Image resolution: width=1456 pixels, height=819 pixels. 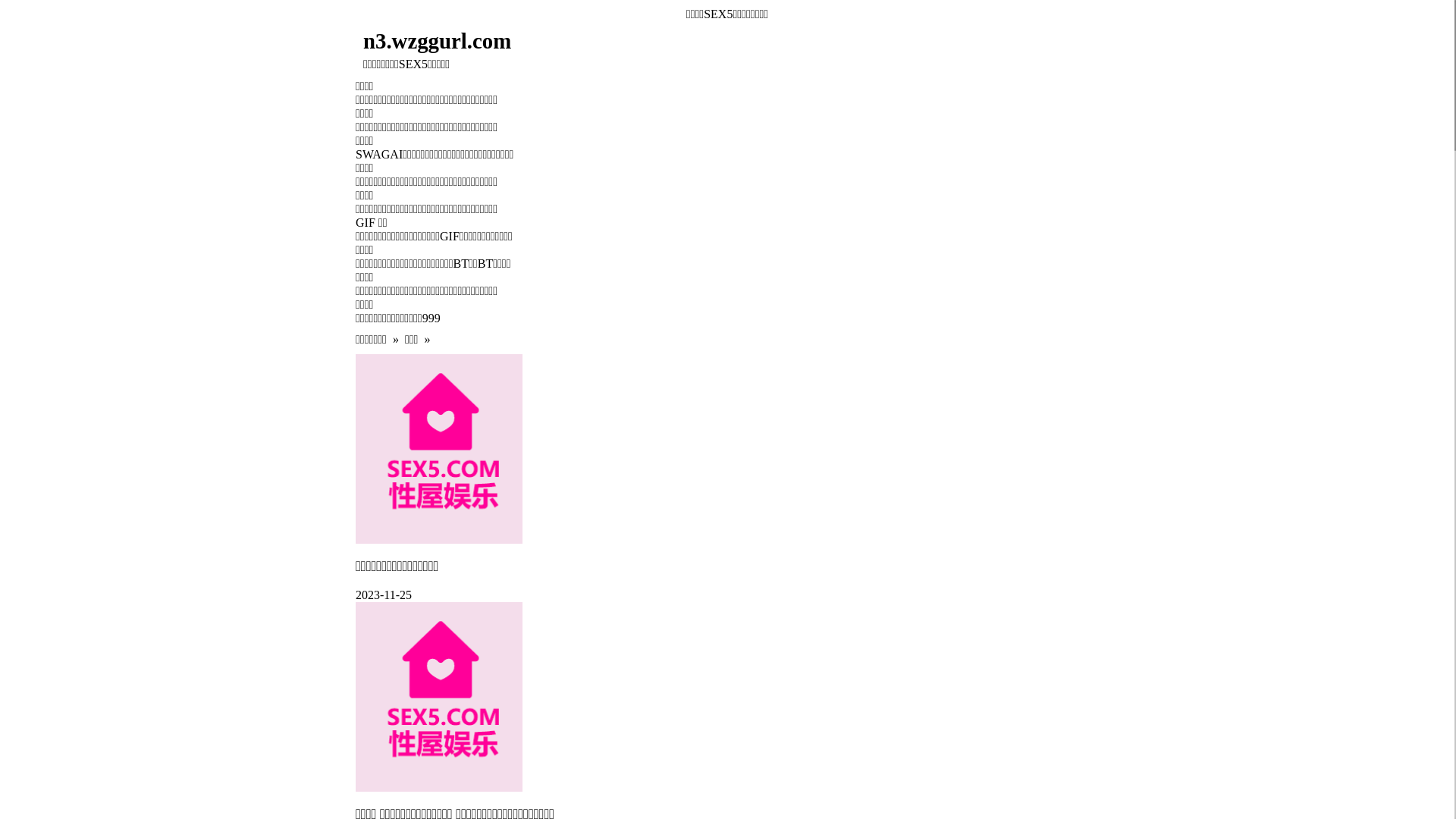 What do you see at coordinates (372, 154) in the screenshot?
I see `'SWAG'` at bounding box center [372, 154].